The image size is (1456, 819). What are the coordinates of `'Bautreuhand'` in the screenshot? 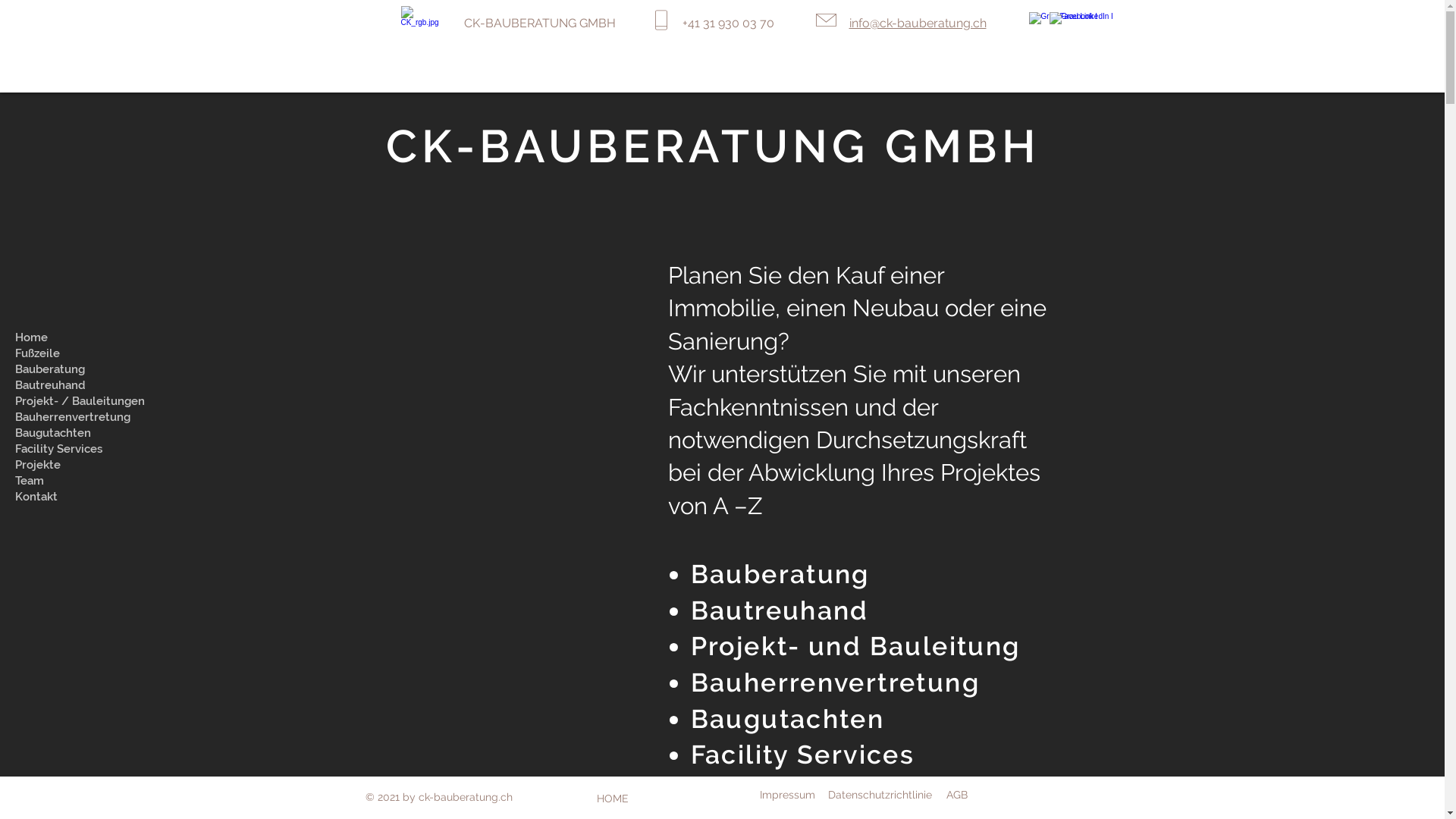 It's located at (780, 610).